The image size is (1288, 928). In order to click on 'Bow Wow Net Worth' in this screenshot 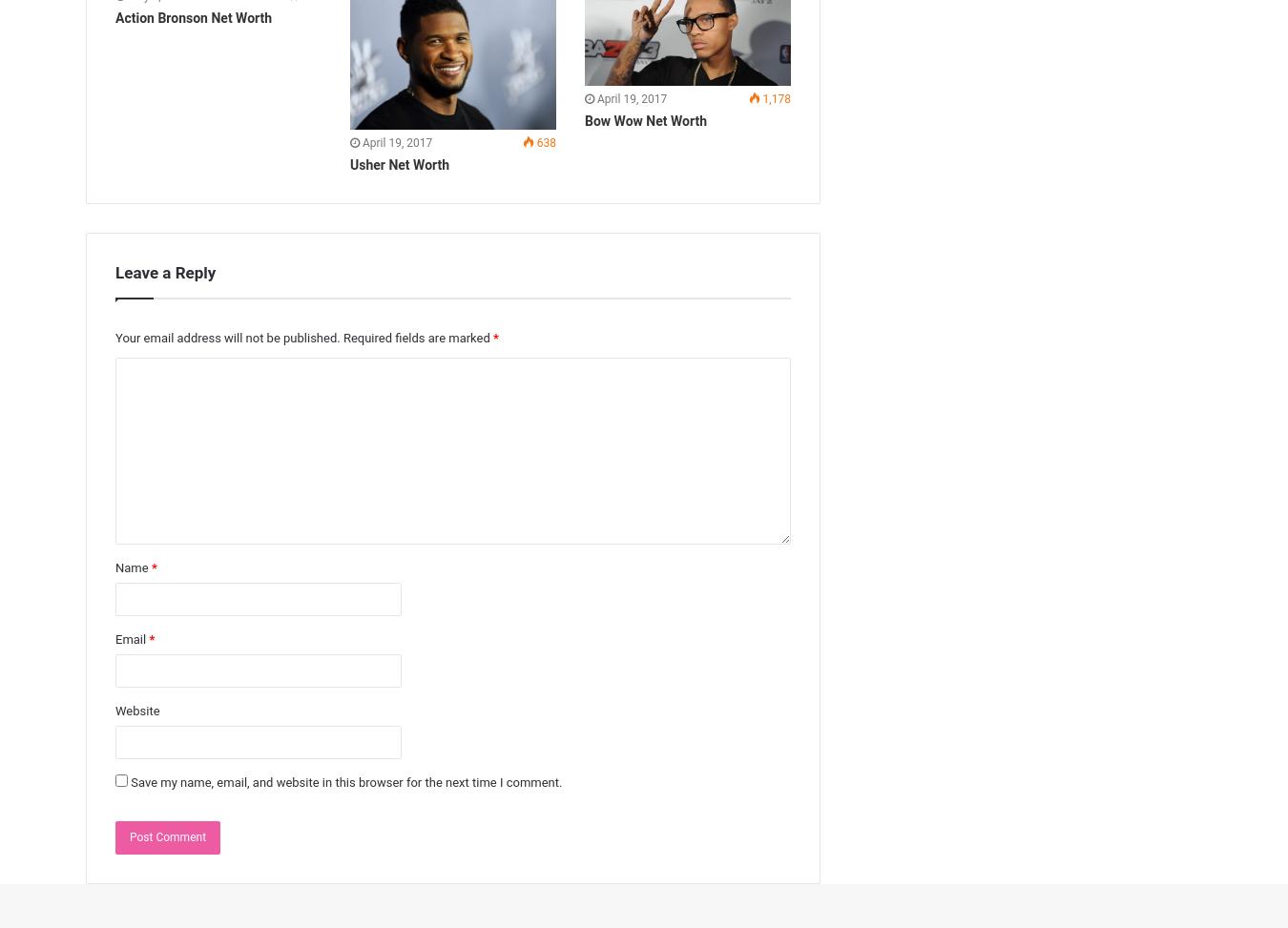, I will do `click(583, 119)`.